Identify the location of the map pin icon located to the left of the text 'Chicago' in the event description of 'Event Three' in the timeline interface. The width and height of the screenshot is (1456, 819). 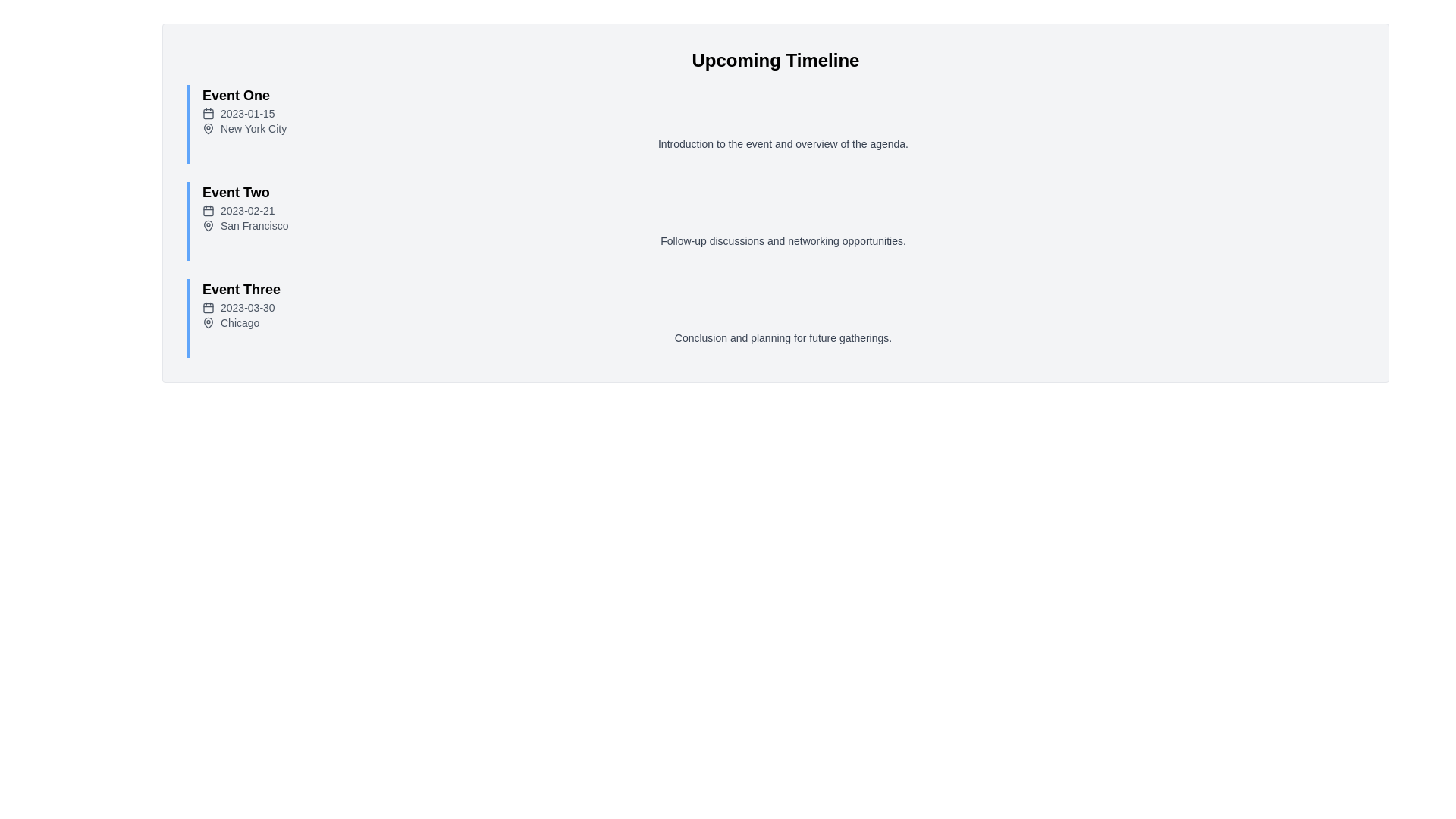
(207, 322).